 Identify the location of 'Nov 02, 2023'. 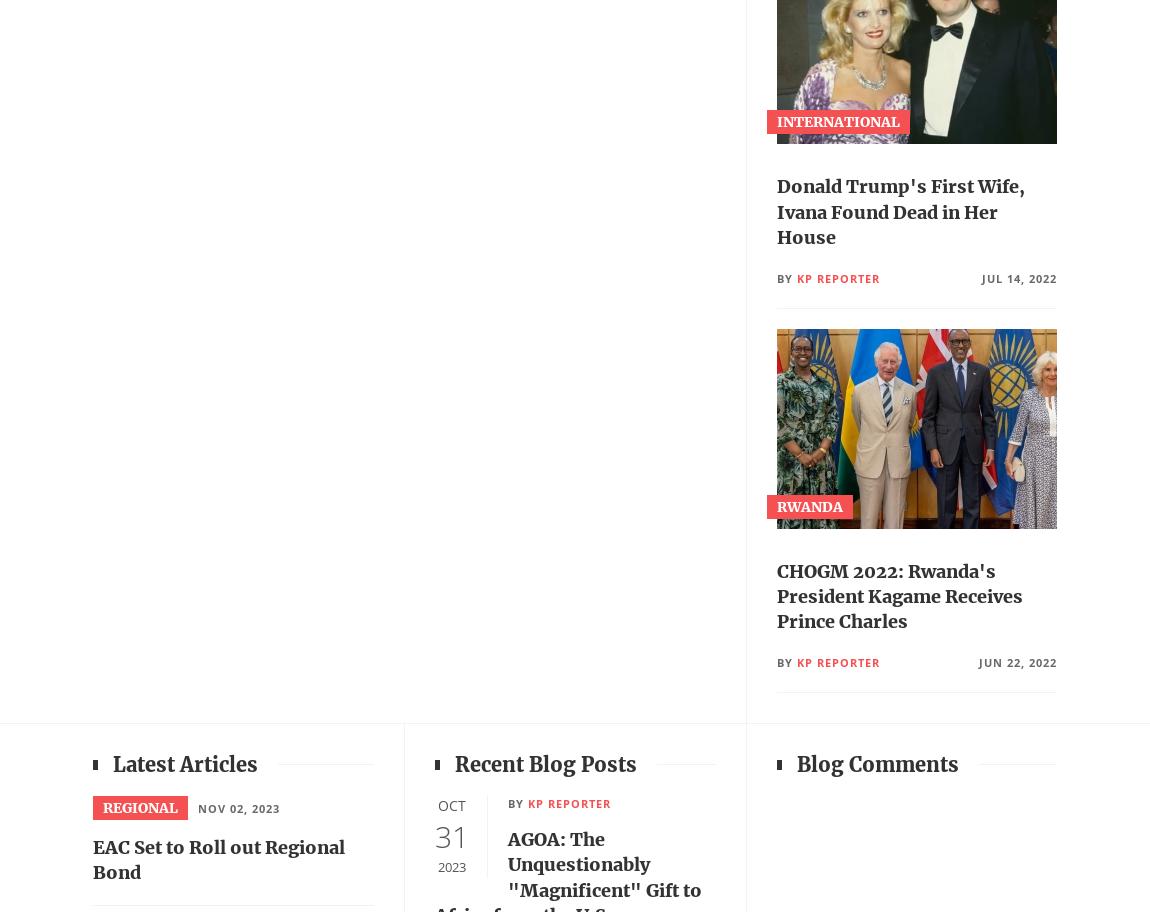
(197, 806).